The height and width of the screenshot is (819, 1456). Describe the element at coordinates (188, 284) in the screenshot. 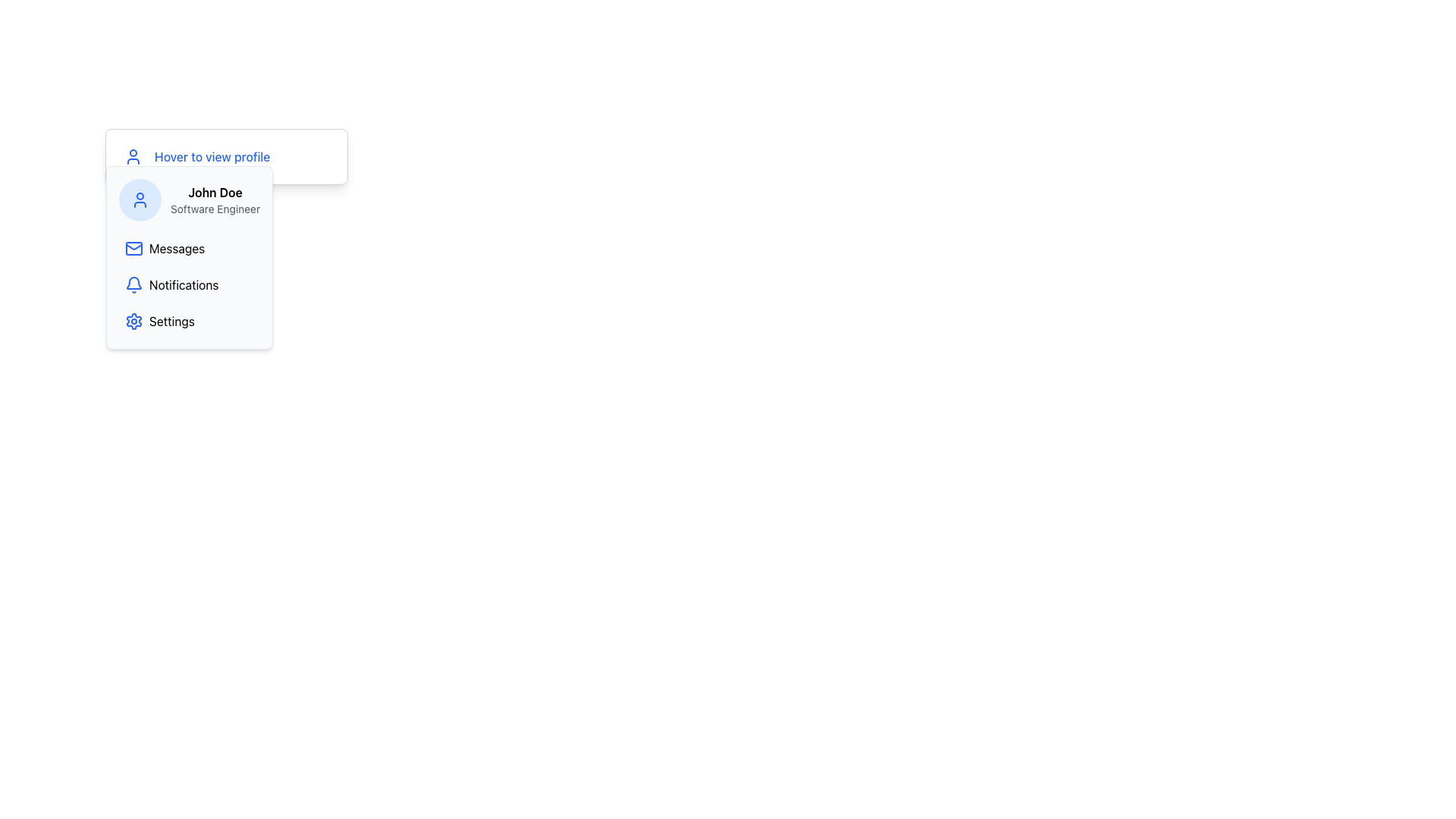

I see `the 'Notifications' menu item, which is the second item in the dropdown menu, featuring a blue bell icon and a white background` at that location.